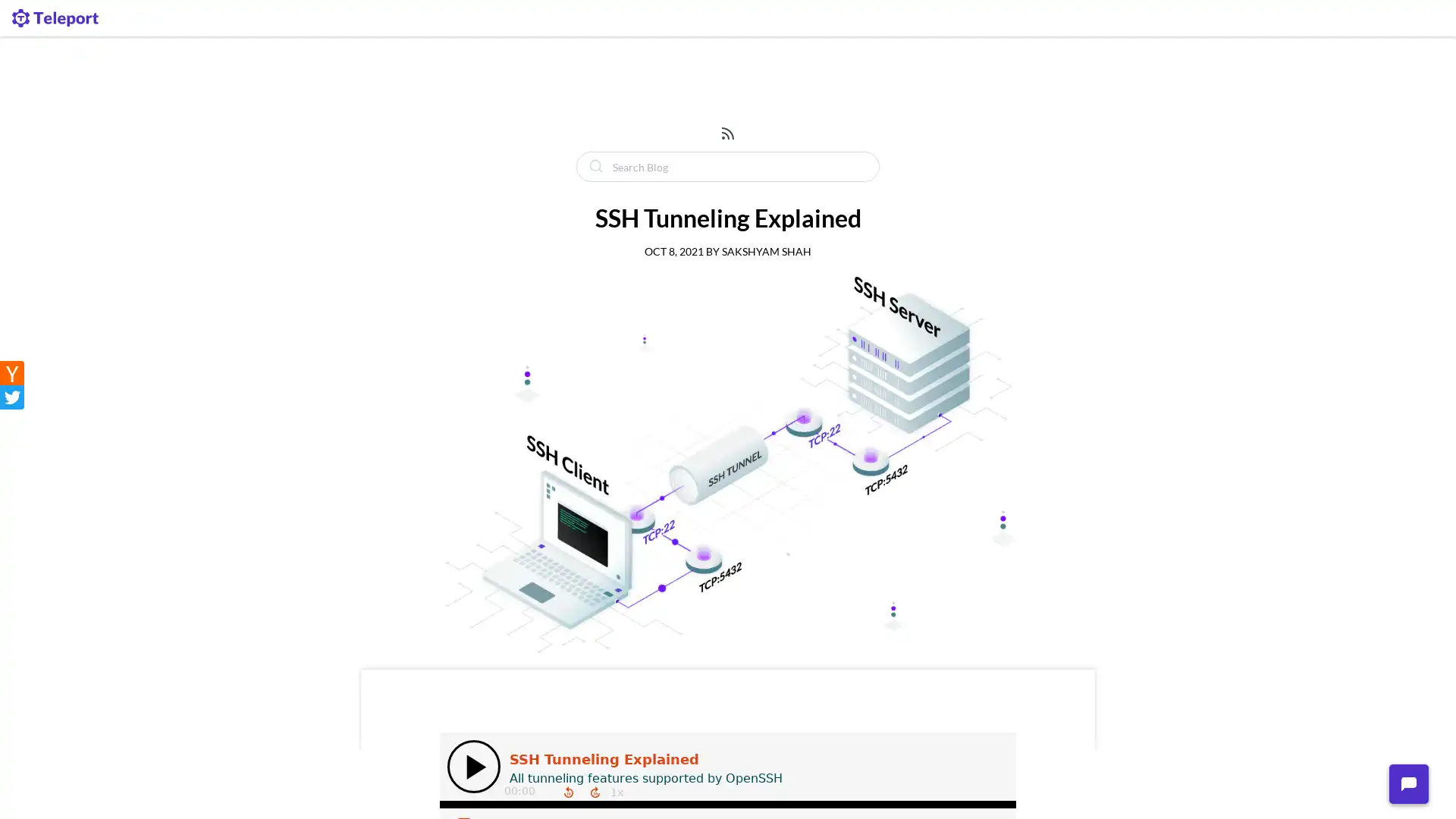  I want to click on Load Chat, so click(1407, 783).